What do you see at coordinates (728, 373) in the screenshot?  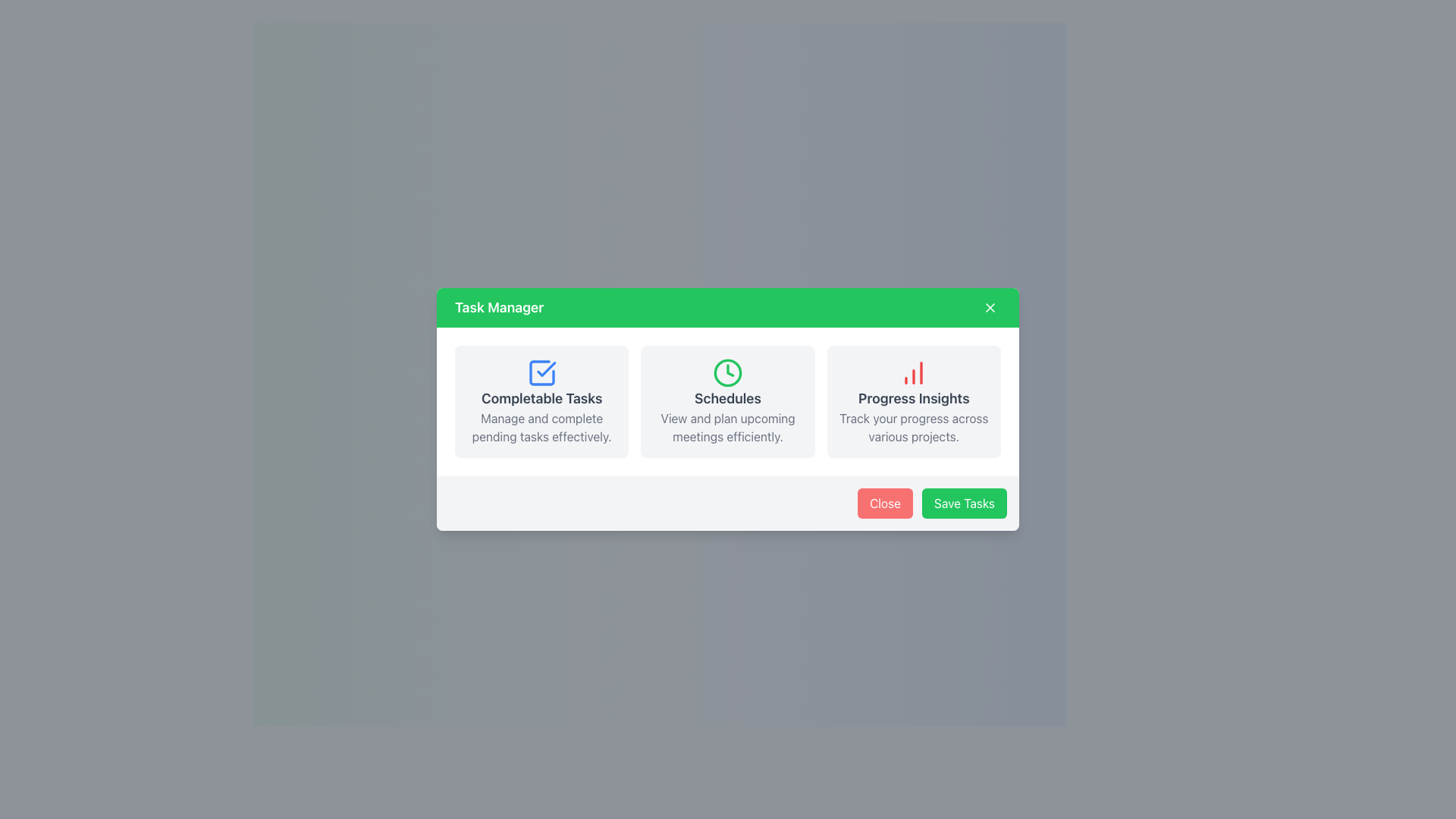 I see `the clock icon that represents scheduling in the Task Manager interface, located above the 'Schedules' label` at bounding box center [728, 373].